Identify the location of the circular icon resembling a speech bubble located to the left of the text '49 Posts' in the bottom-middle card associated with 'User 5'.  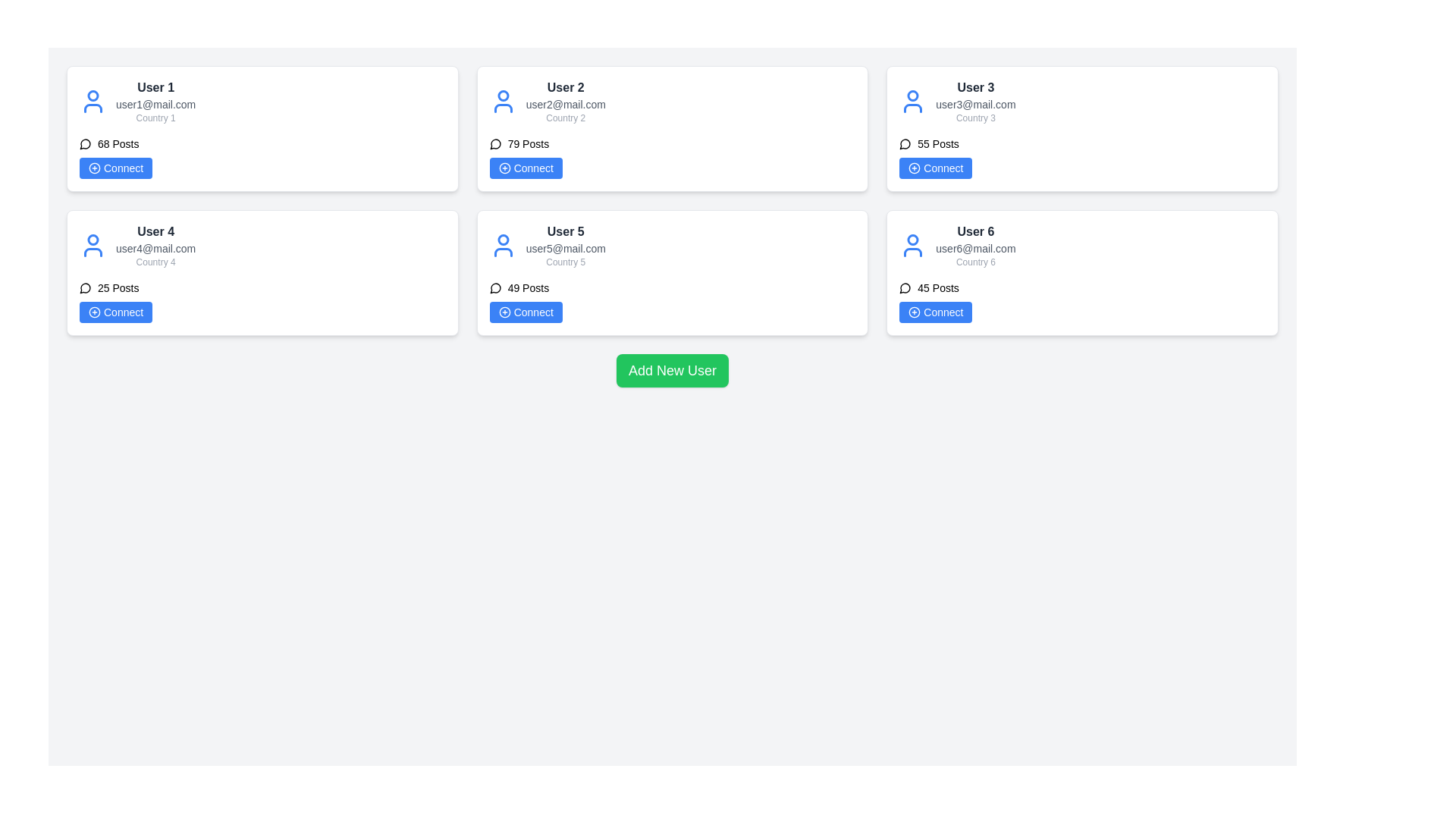
(495, 288).